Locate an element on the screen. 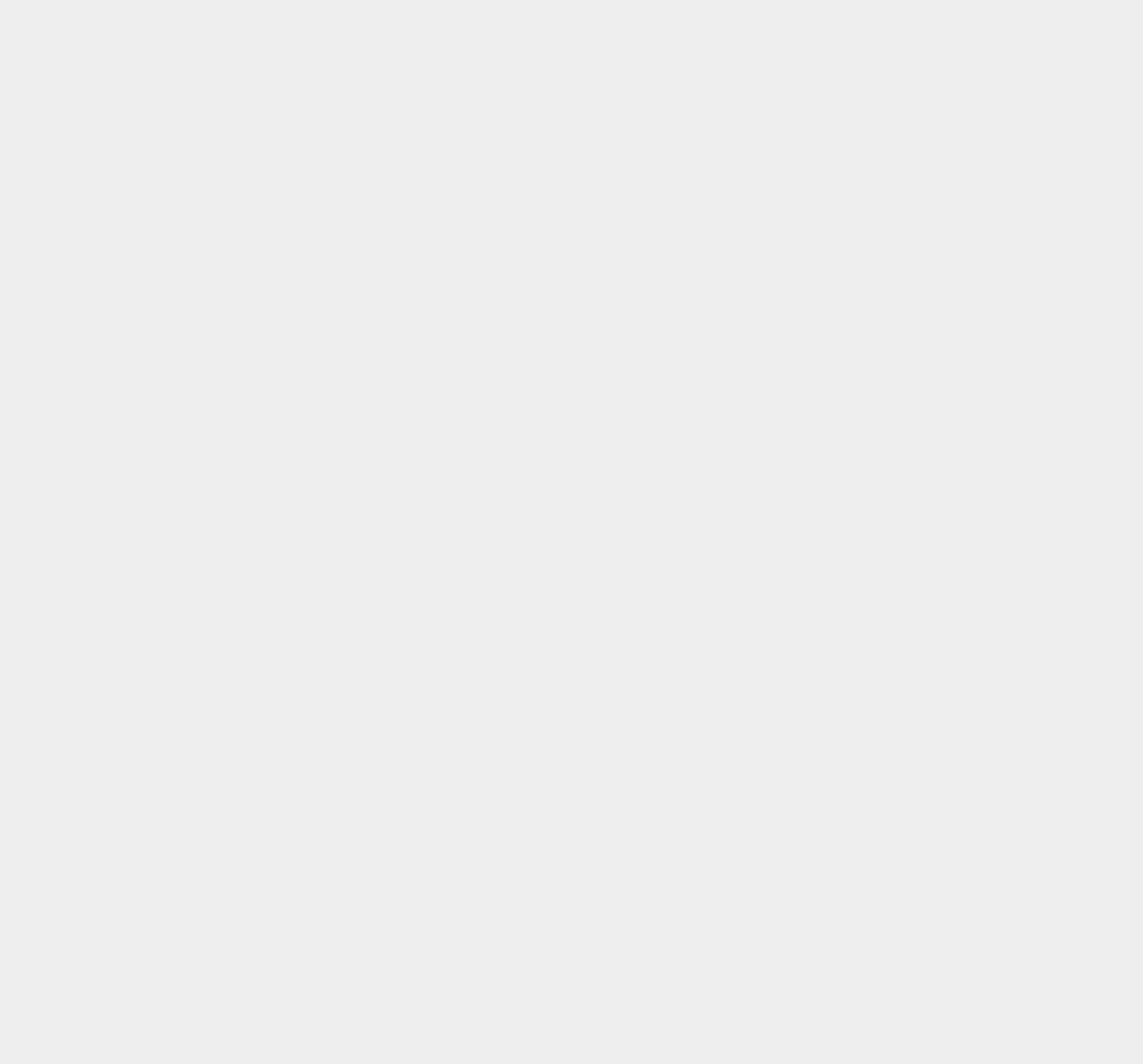  'Facebook Apps' is located at coordinates (855, 733).